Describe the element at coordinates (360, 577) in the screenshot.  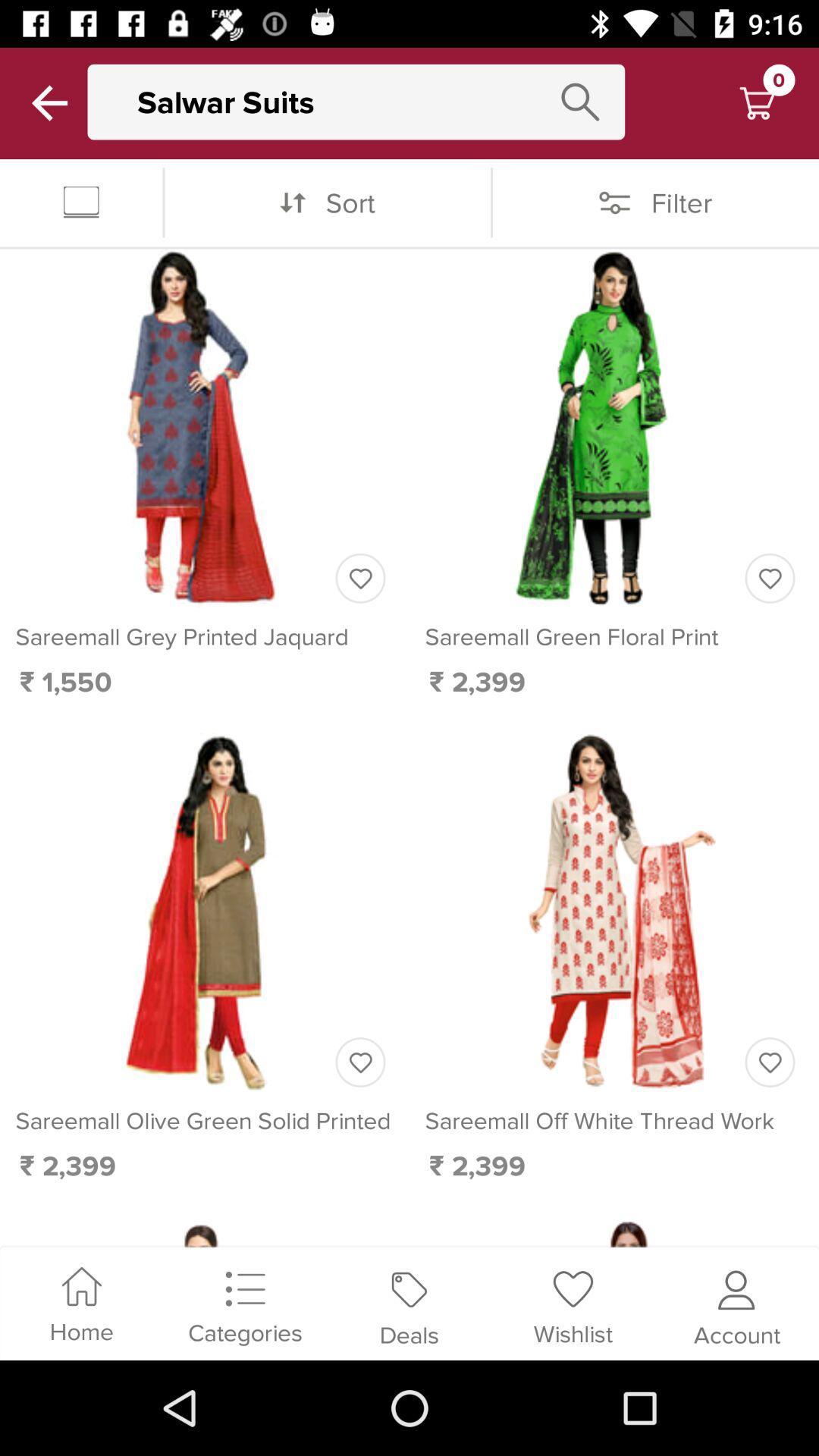
I see `love item` at that location.